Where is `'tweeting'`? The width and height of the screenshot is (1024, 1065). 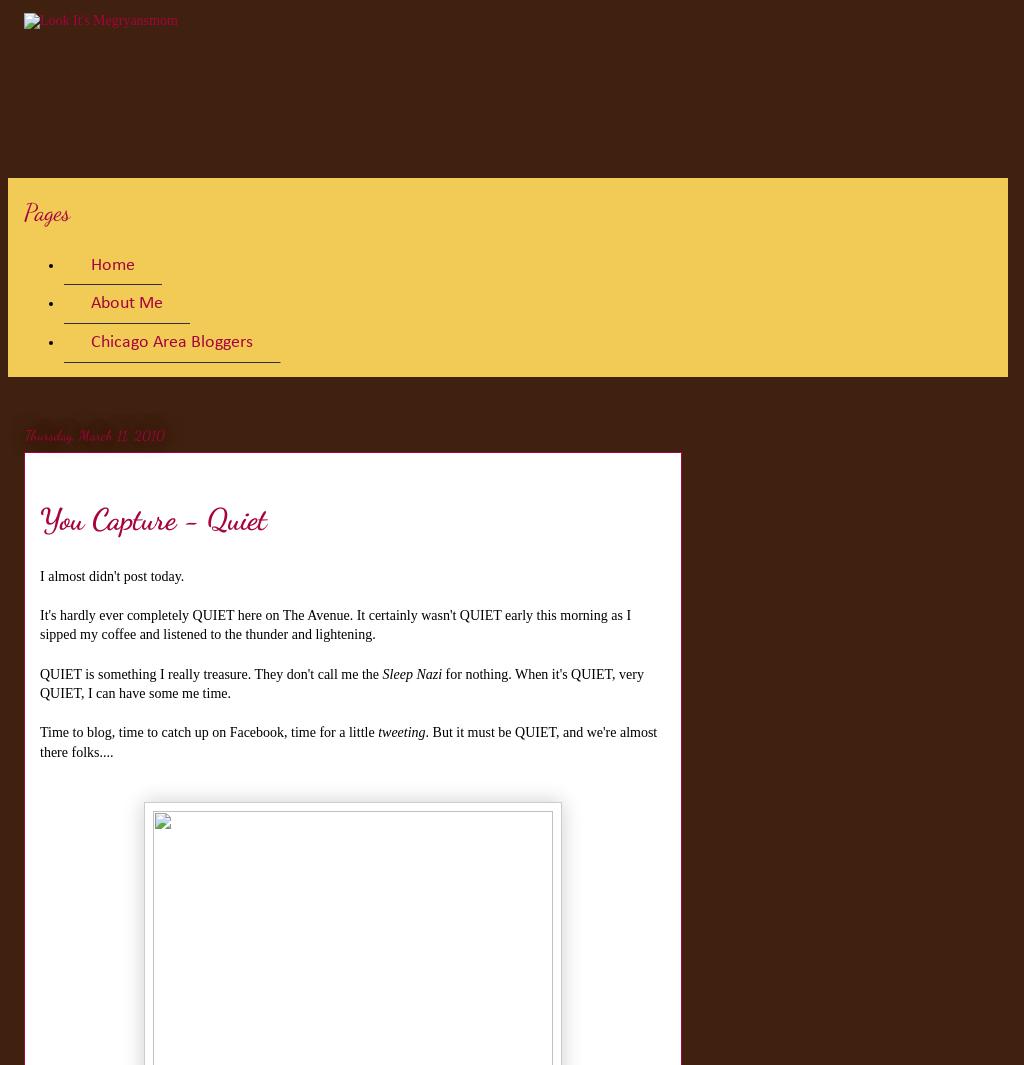 'tweeting' is located at coordinates (400, 732).